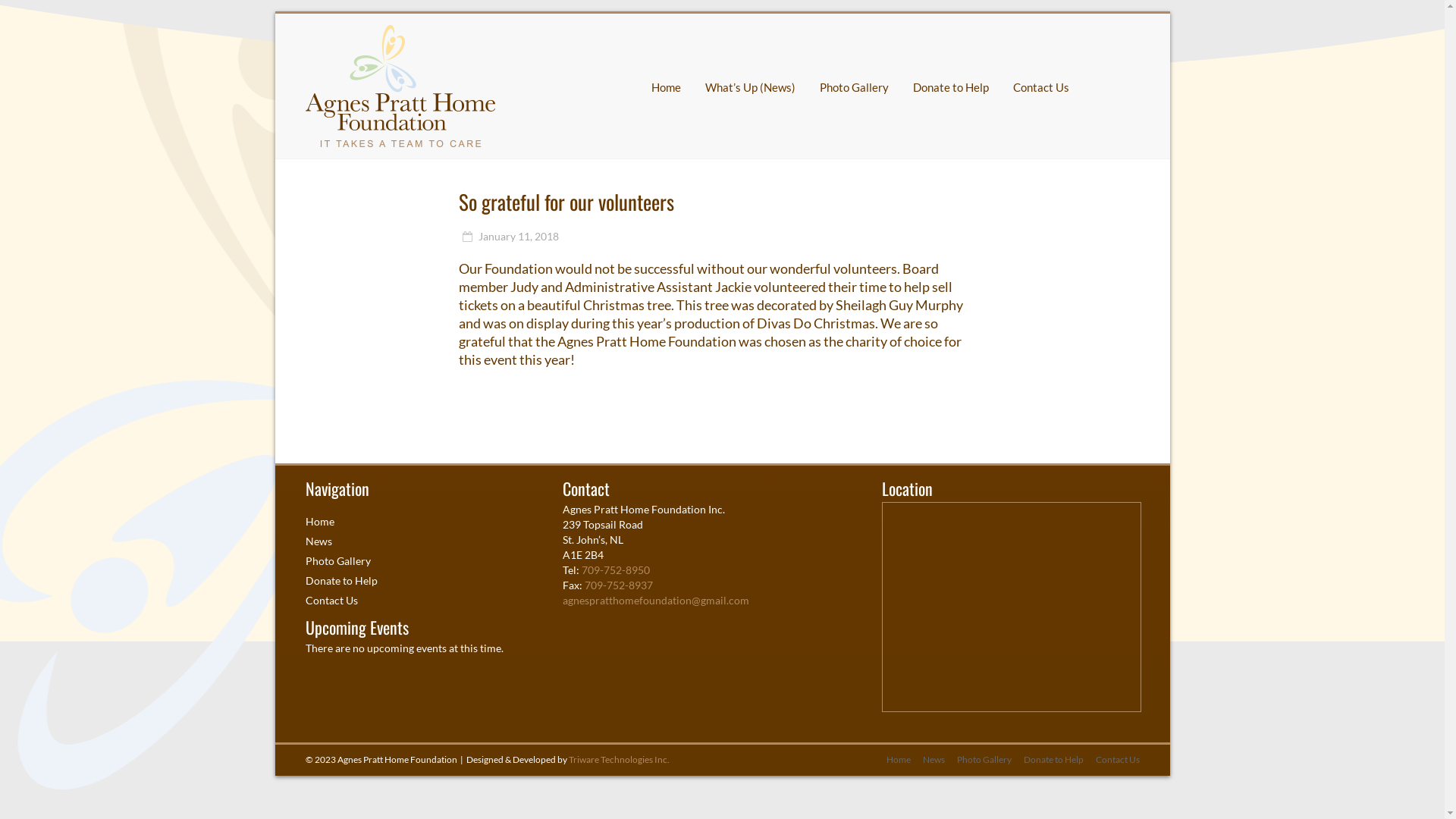 The height and width of the screenshot is (819, 1456). What do you see at coordinates (615, 570) in the screenshot?
I see `'709-752-8950'` at bounding box center [615, 570].